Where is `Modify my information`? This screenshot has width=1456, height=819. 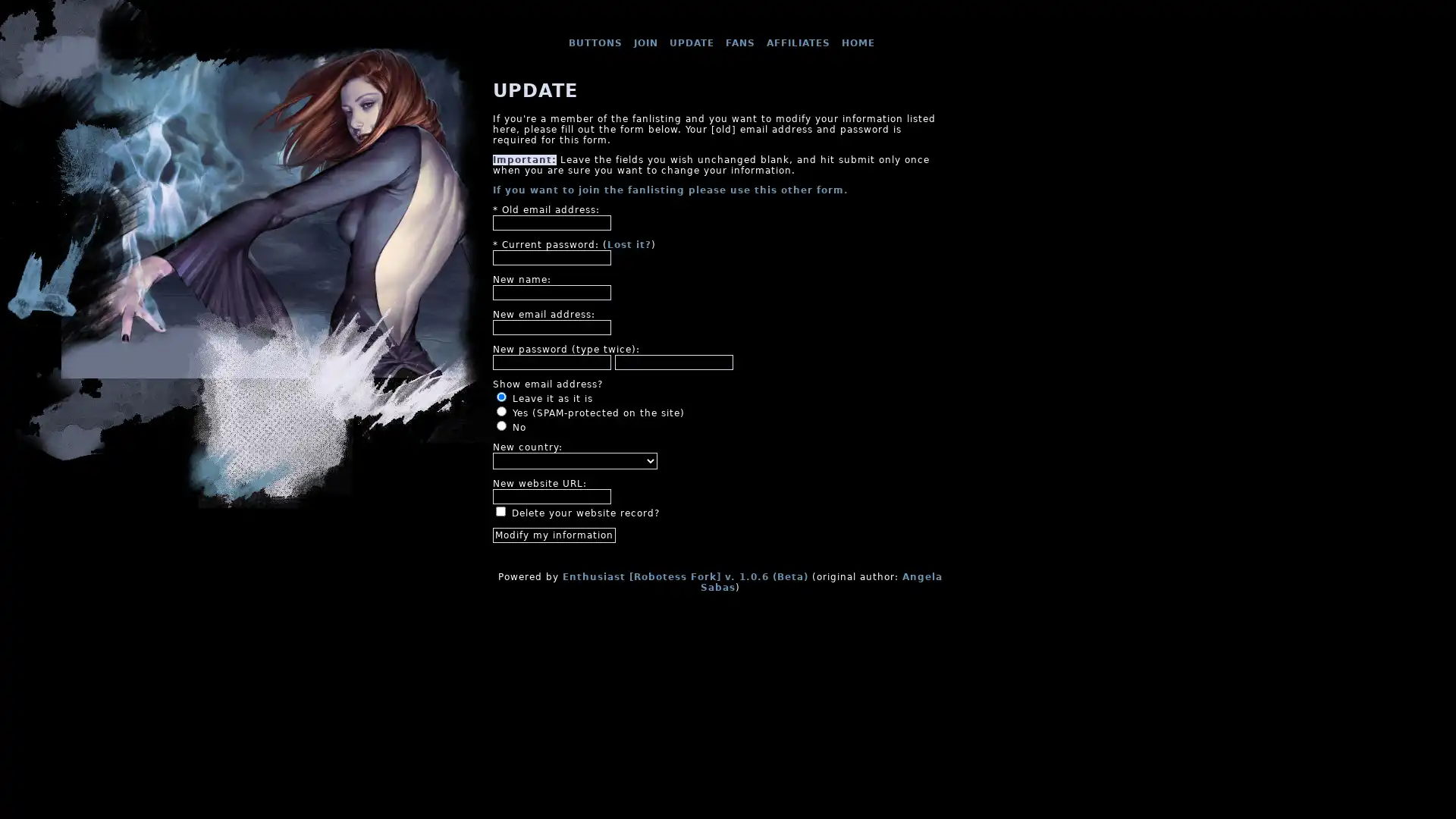 Modify my information is located at coordinates (553, 534).